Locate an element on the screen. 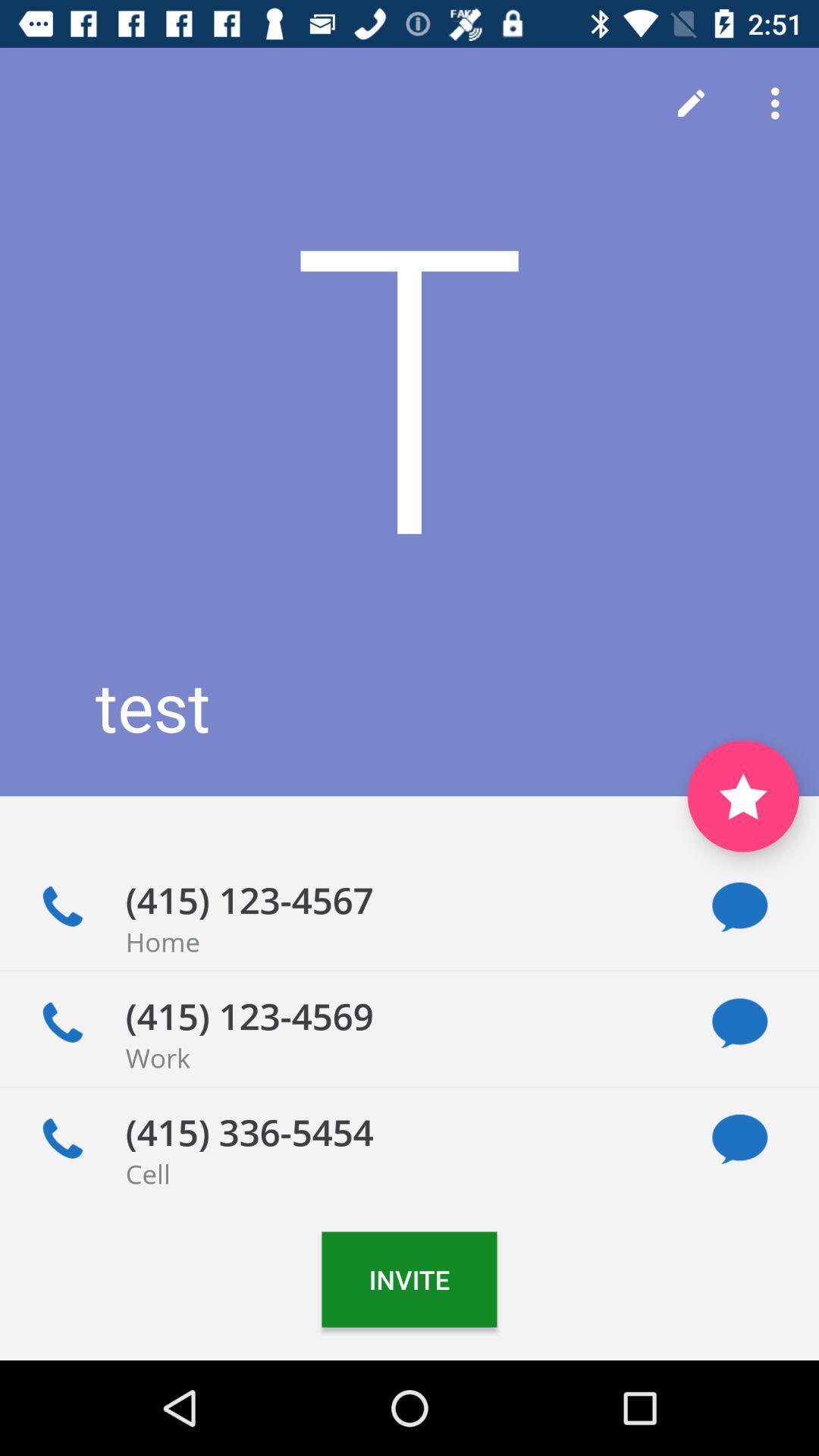 The width and height of the screenshot is (819, 1456). message option is located at coordinates (739, 1023).